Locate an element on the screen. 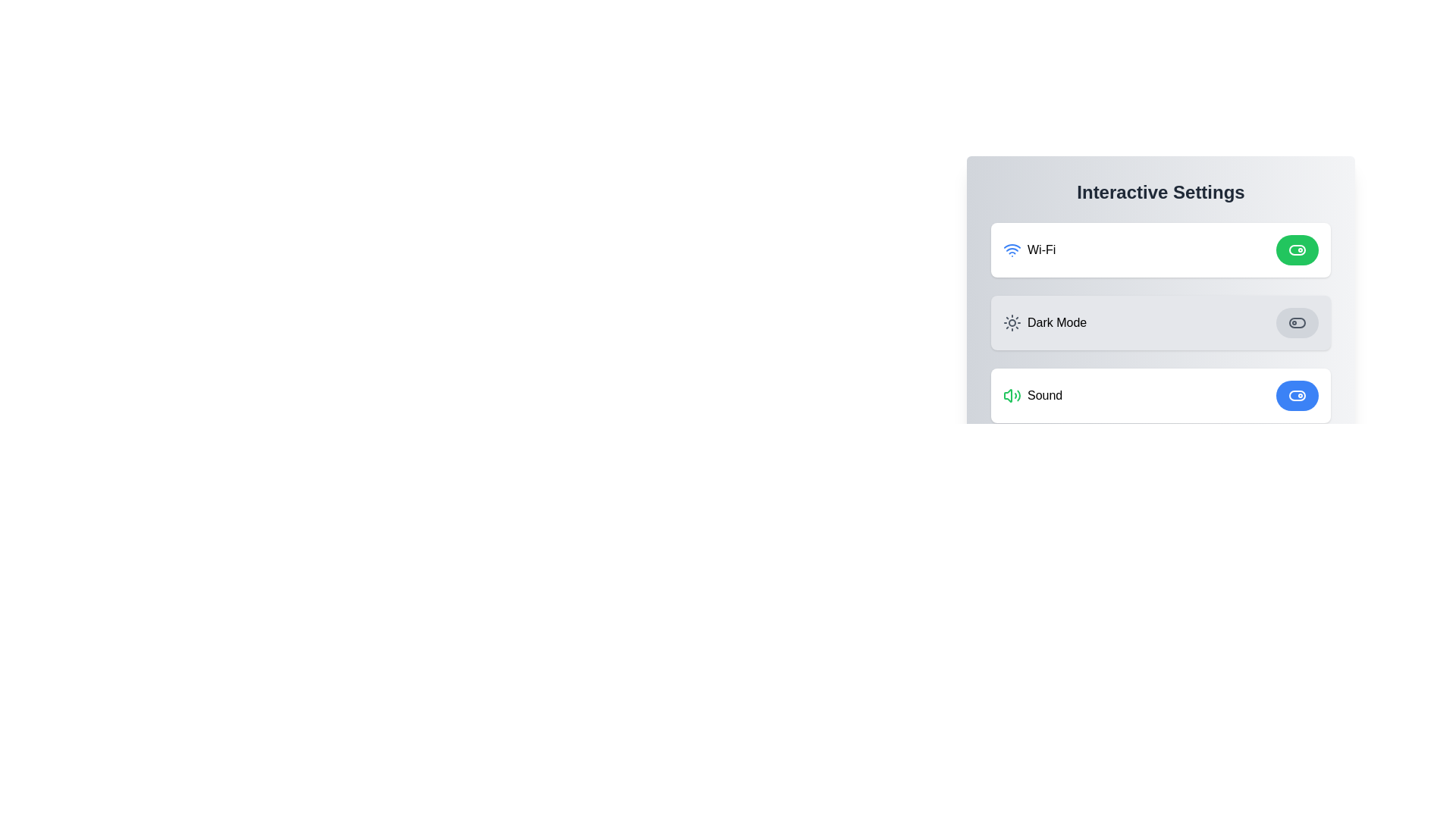 This screenshot has width=1456, height=819. the 'Dark Mode' icon in the 'Interactive Settings' panel, which is positioned to the left of the 'Dark Mode' label text is located at coordinates (1012, 322).